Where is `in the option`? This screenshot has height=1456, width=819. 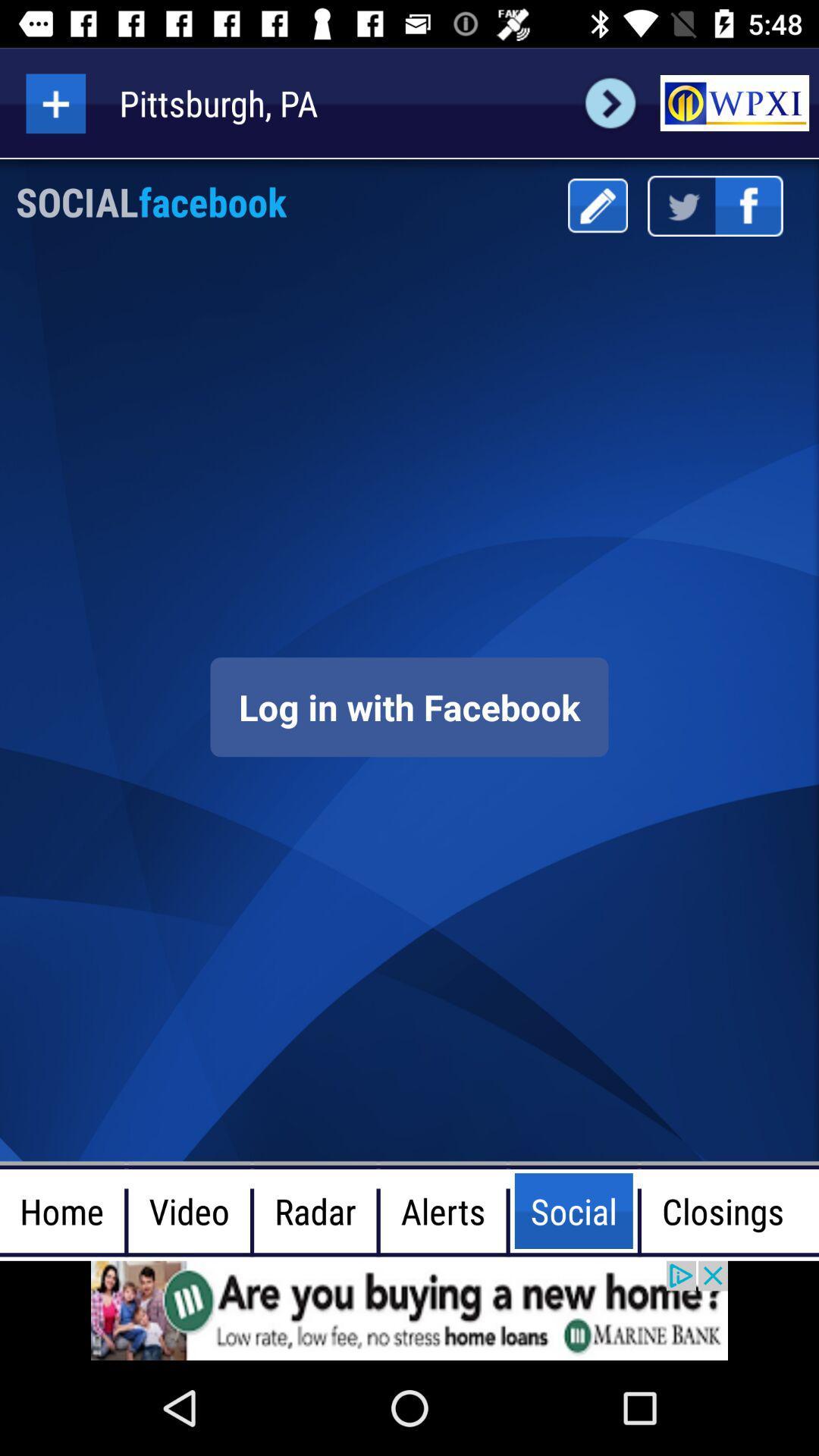 in the option is located at coordinates (55, 102).